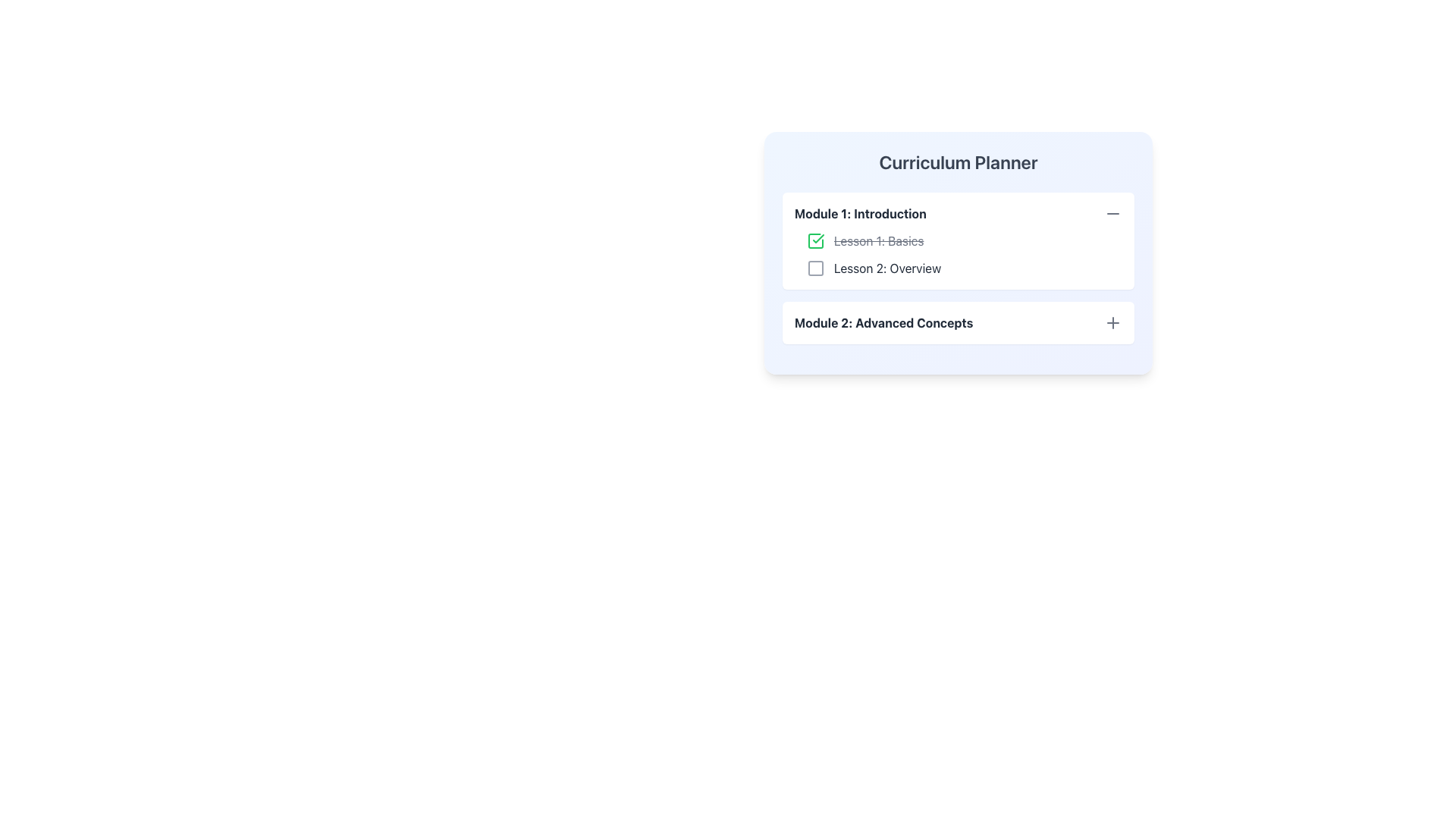  Describe the element at coordinates (964, 240) in the screenshot. I see `the first completed lesson item in the 'Module 1: Introduction' section` at that location.